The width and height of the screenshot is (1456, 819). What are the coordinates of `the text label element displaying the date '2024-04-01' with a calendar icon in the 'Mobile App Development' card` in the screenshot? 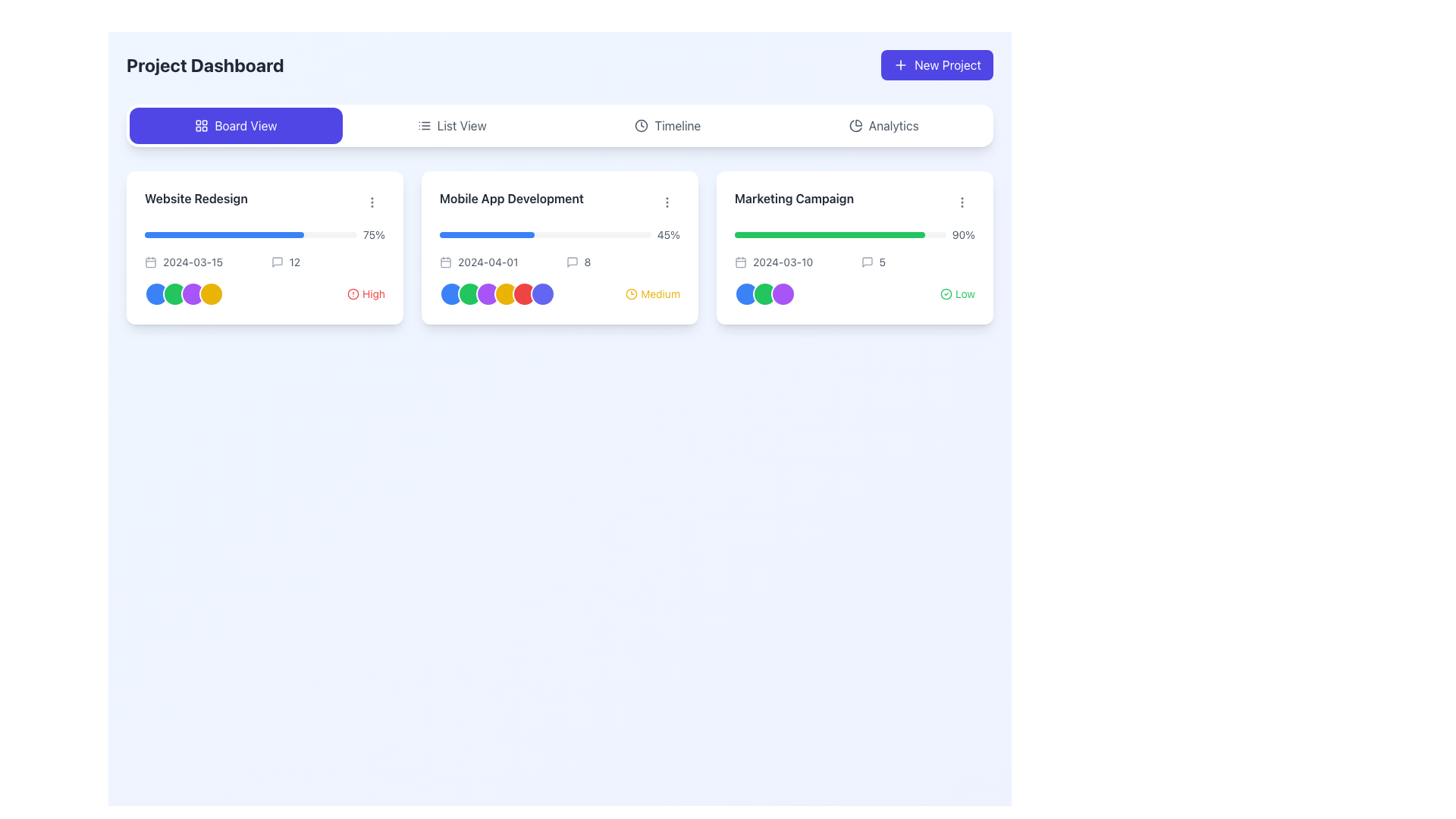 It's located at (497, 262).